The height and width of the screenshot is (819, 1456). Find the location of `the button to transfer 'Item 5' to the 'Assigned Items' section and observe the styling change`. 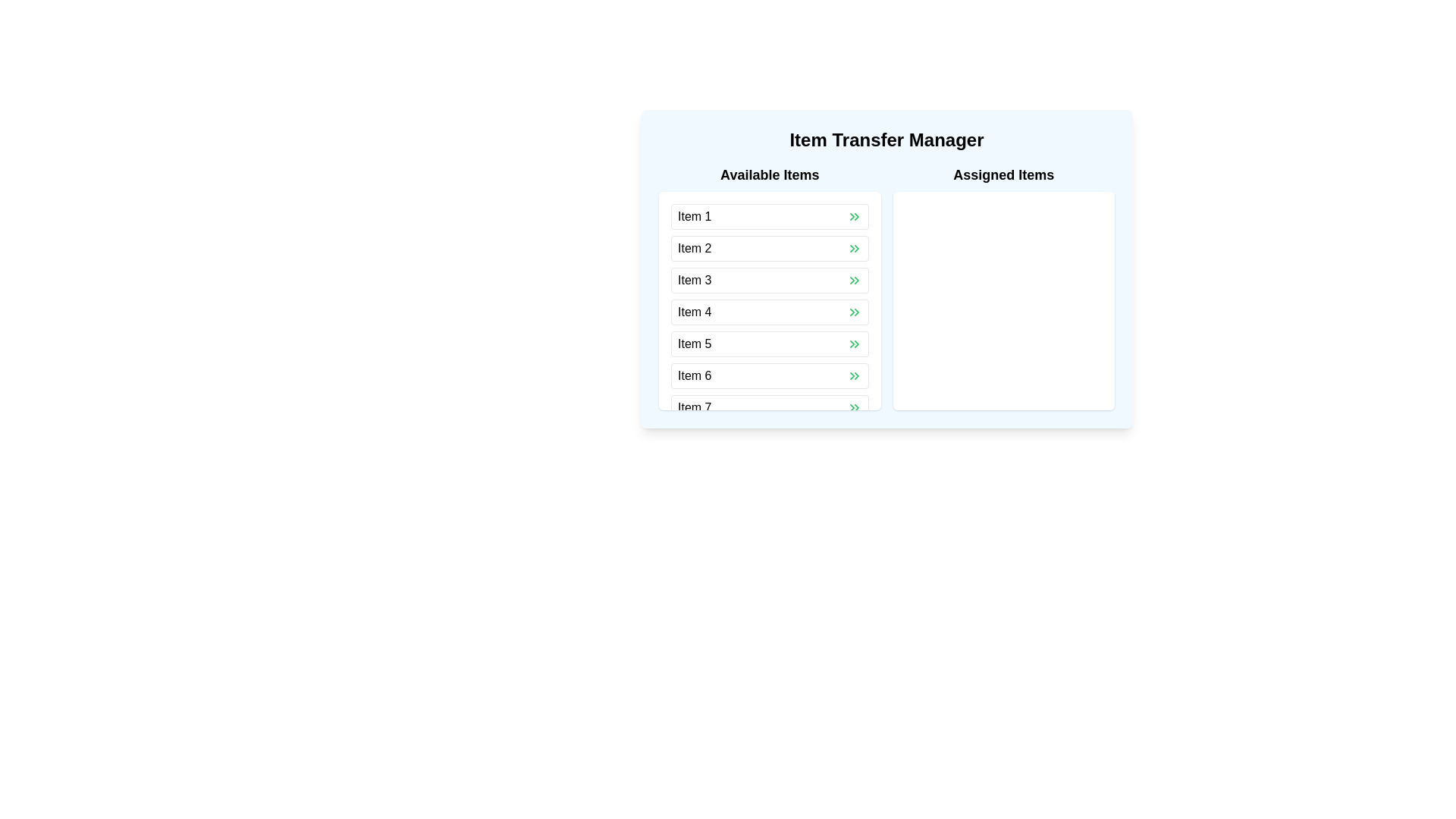

the button to transfer 'Item 5' to the 'Assigned Items' section and observe the styling change is located at coordinates (854, 344).